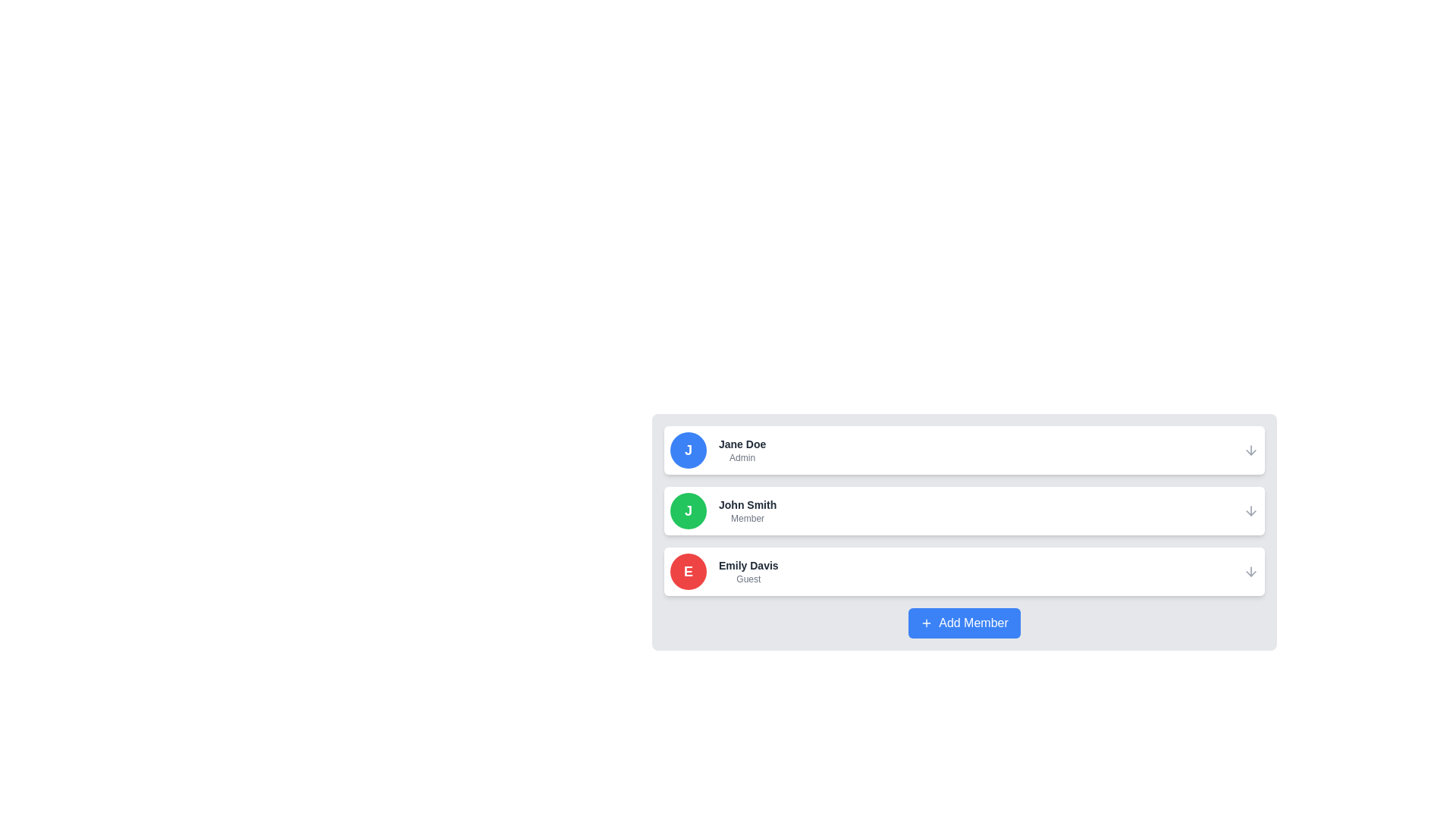 This screenshot has width=1456, height=819. Describe the element at coordinates (748, 511) in the screenshot. I see `text displayed in the text block containing 'John Smith' and 'Member', which is located in the second row of a vertical list next to a green circular icon with the letter 'J'` at that location.